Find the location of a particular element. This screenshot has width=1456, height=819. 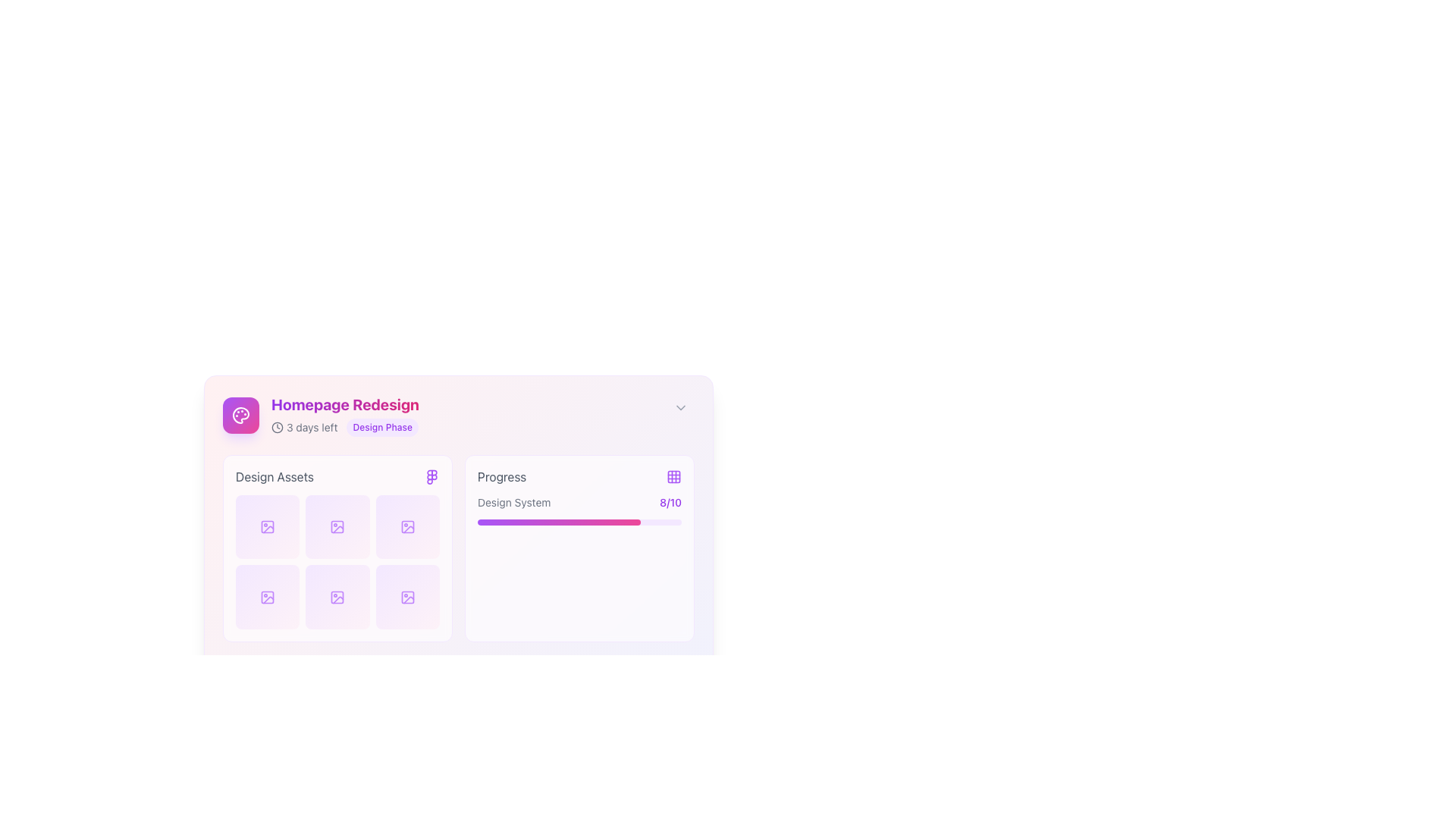

the small purple SVG rectangle with rounded corners located in the bottom-right corner of the 'Design Assets' section is located at coordinates (407, 526).